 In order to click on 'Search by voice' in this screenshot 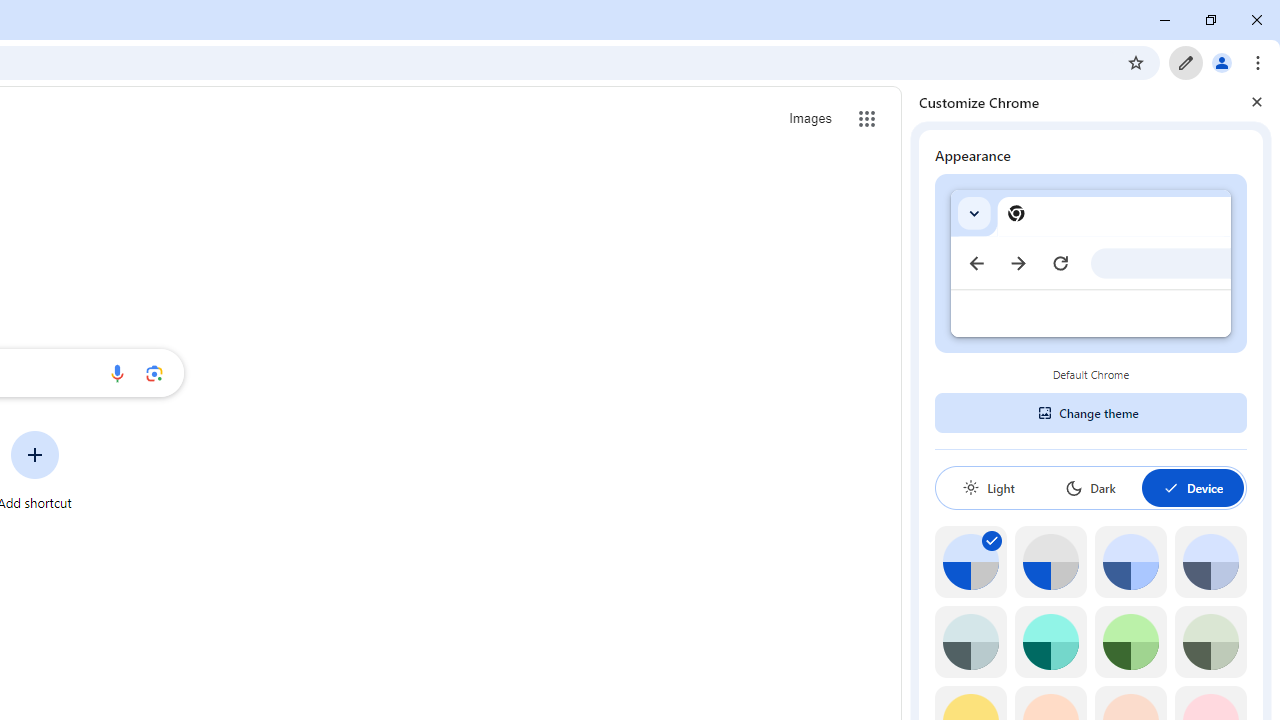, I will do `click(116, 372)`.